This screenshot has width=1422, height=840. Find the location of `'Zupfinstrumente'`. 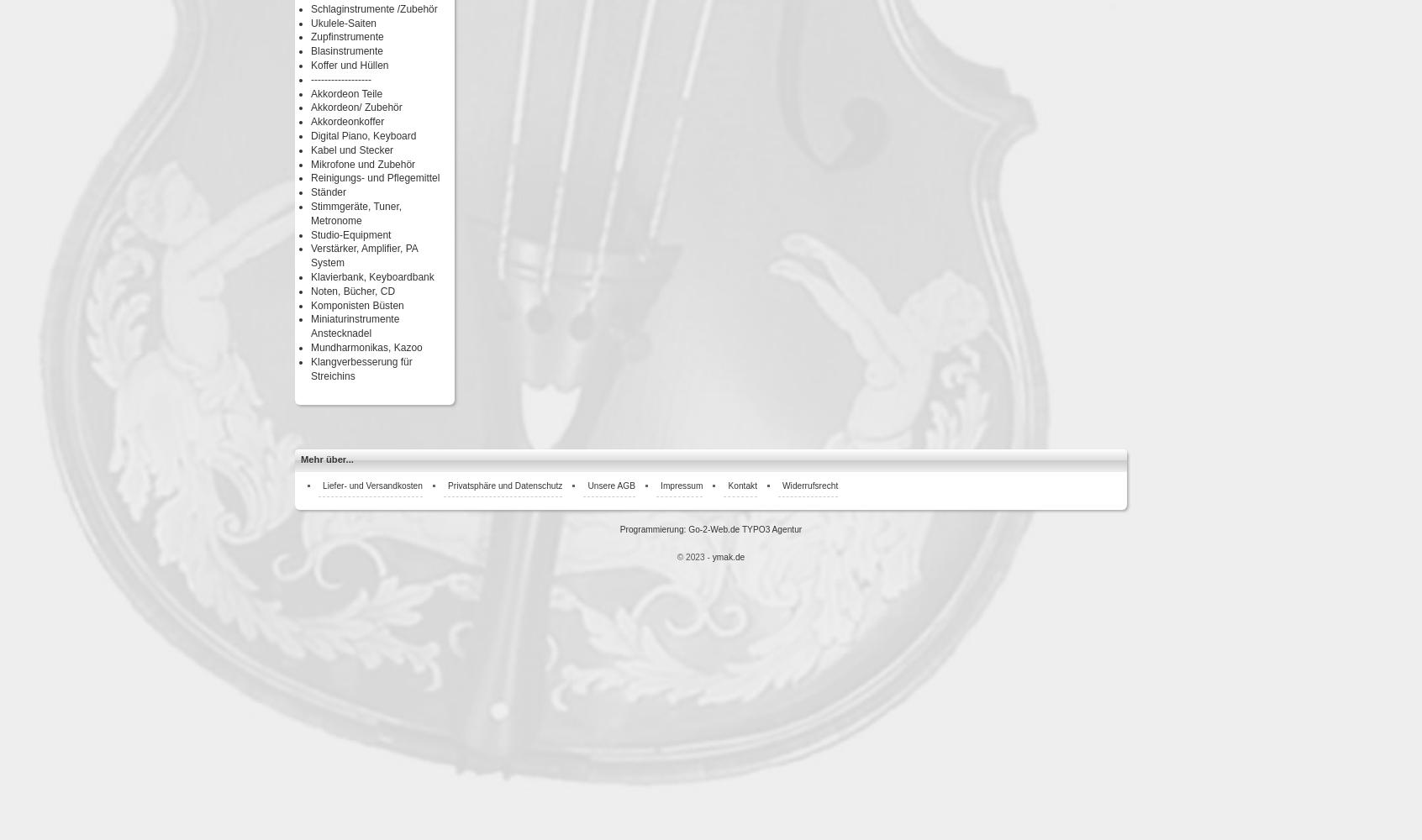

'Zupfinstrumente' is located at coordinates (347, 37).